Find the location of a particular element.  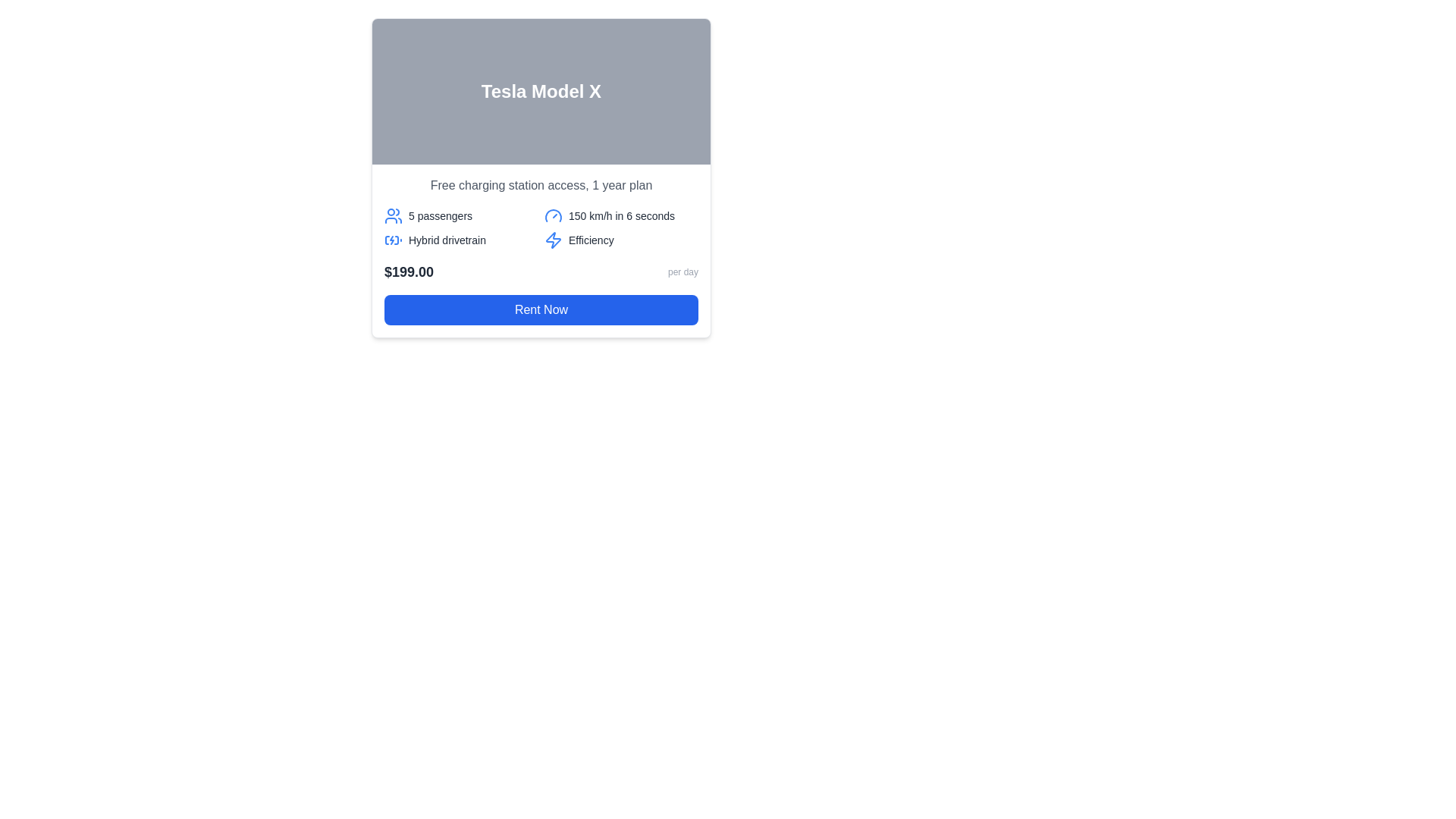

the text label displaying 'Free charging station access, 1 year plan', which is located beneath the title 'Tesla Model X' and above the icons and feature descriptions is located at coordinates (541, 185).